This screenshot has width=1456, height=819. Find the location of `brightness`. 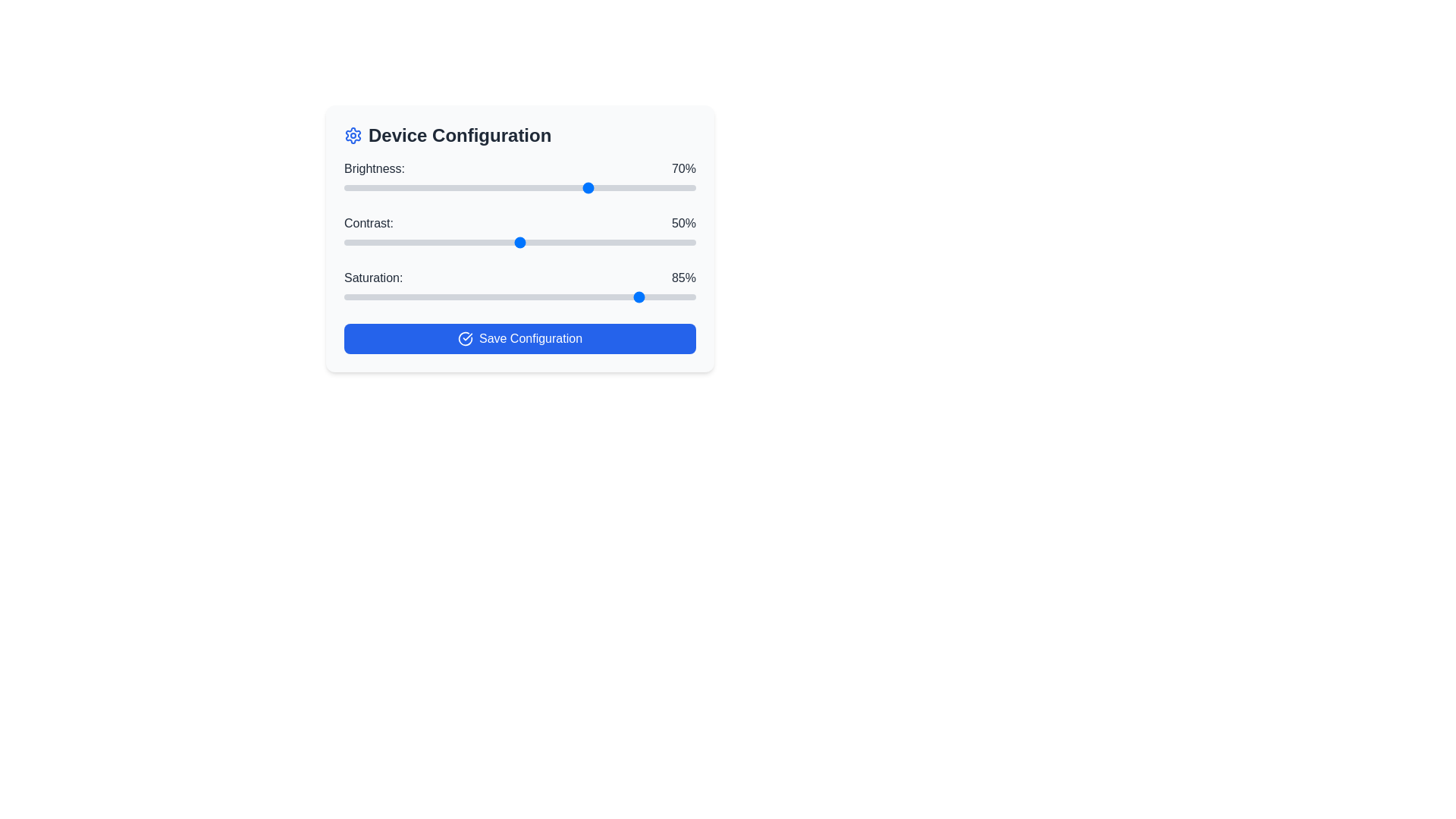

brightness is located at coordinates (449, 187).